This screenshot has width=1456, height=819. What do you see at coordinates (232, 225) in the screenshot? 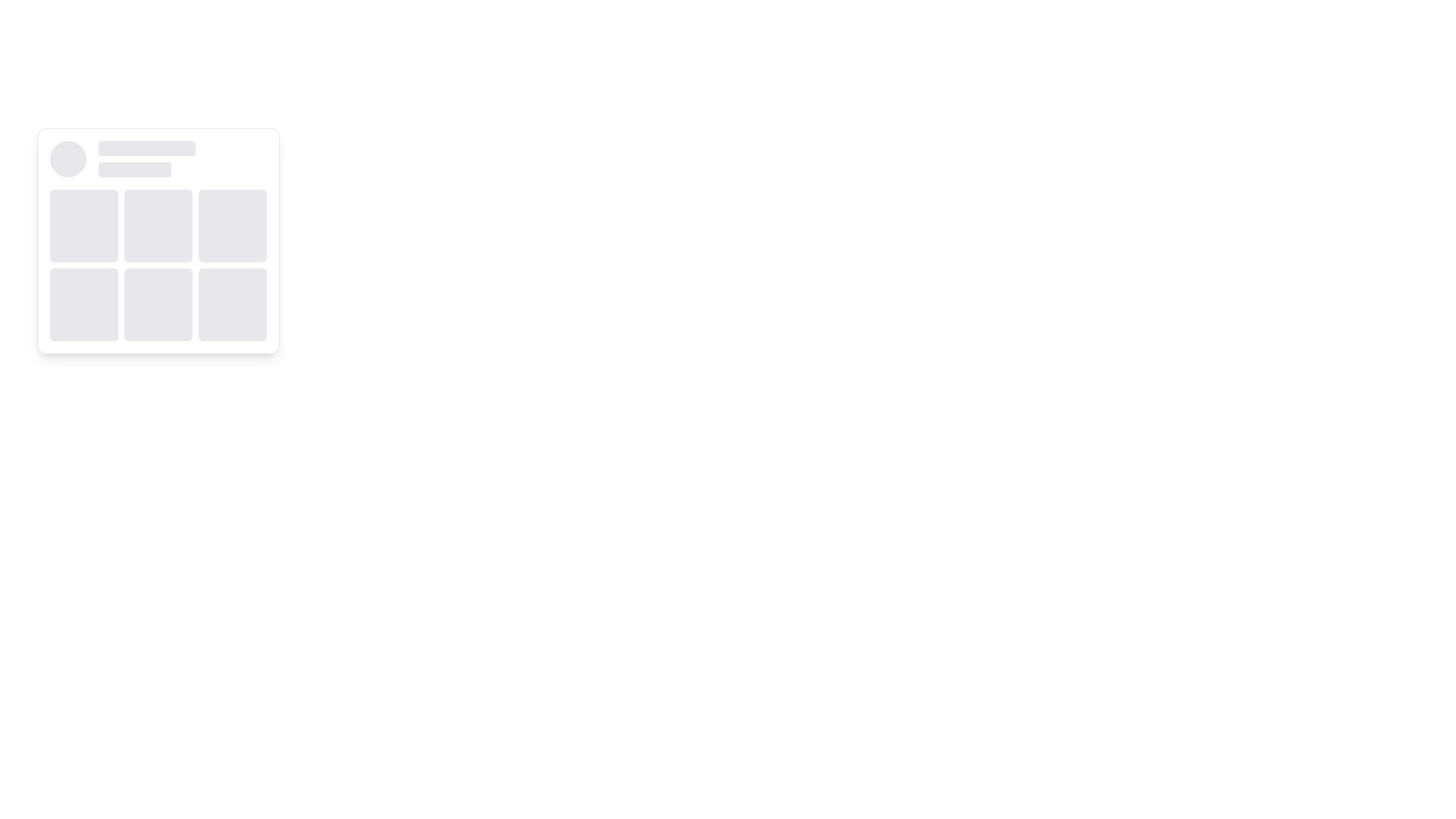
I see `the Decorative placeholder component located in the top-right corner of the grid layout, which has a gray background and rounded corners` at bounding box center [232, 225].